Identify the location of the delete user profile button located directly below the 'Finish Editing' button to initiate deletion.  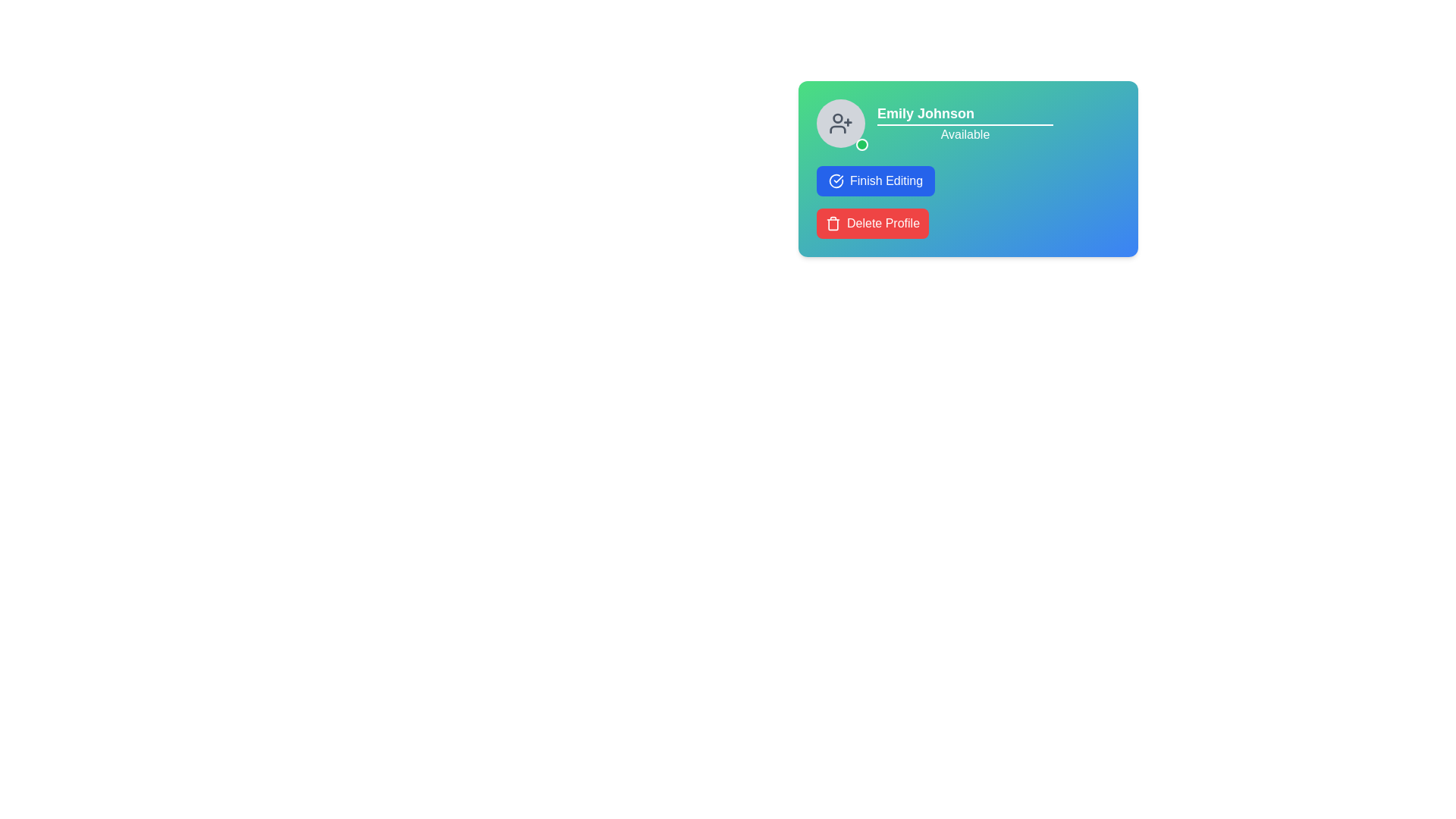
(873, 223).